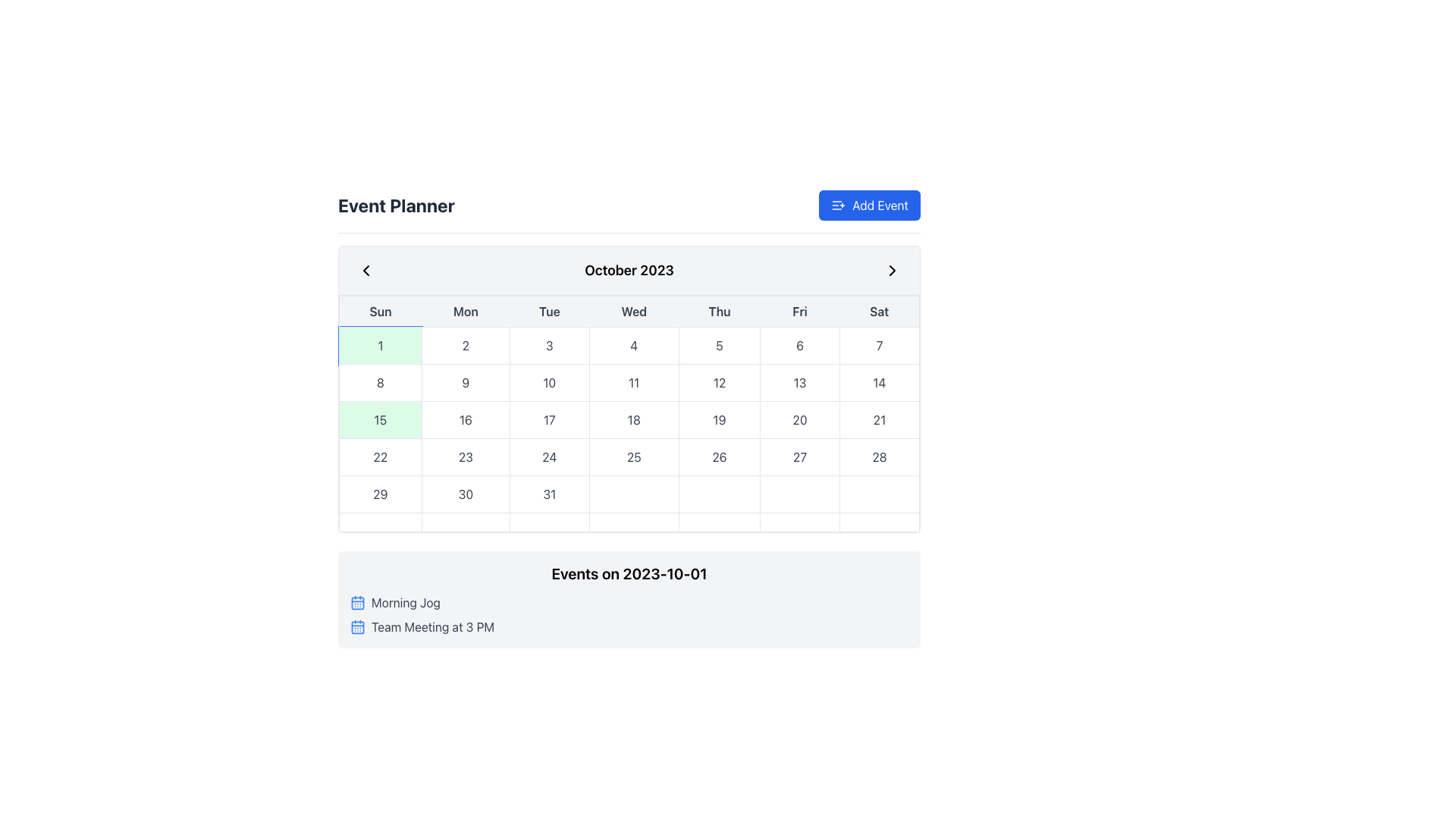  Describe the element at coordinates (380, 420) in the screenshot. I see `the Day Cell displaying the number '15'` at that location.